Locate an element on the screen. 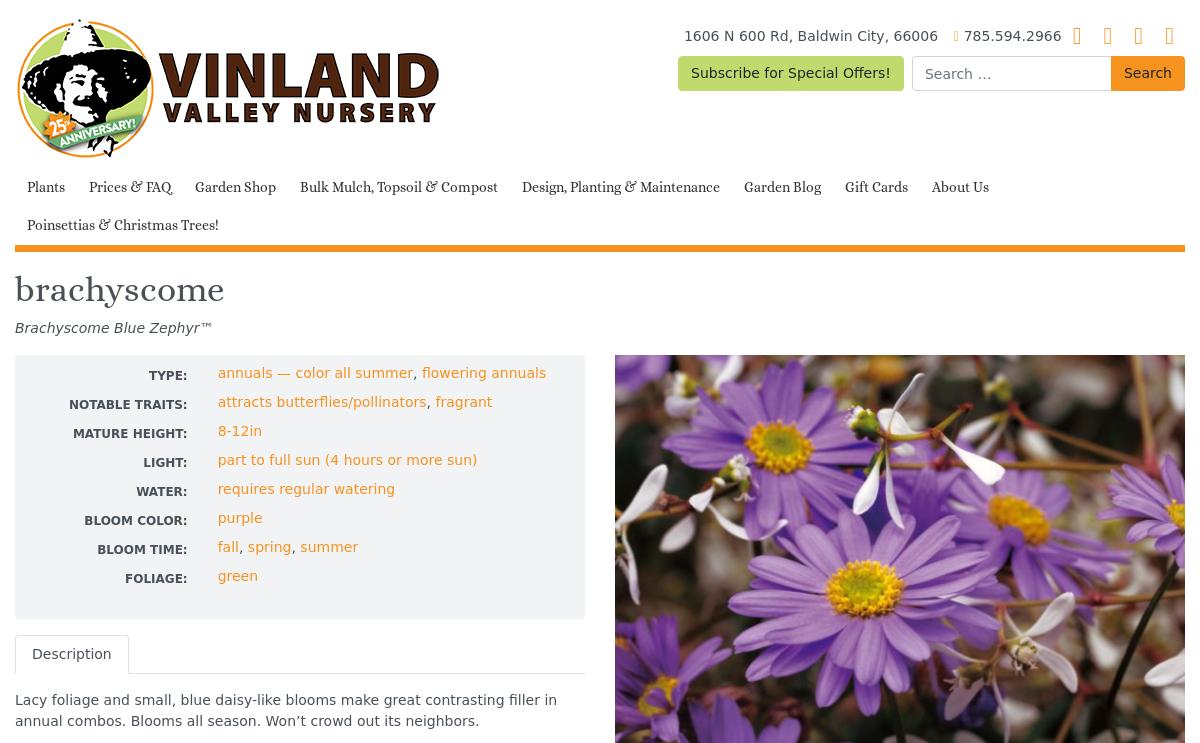 The height and width of the screenshot is (743, 1200). 'Subscribe for Special Offers!' is located at coordinates (690, 73).